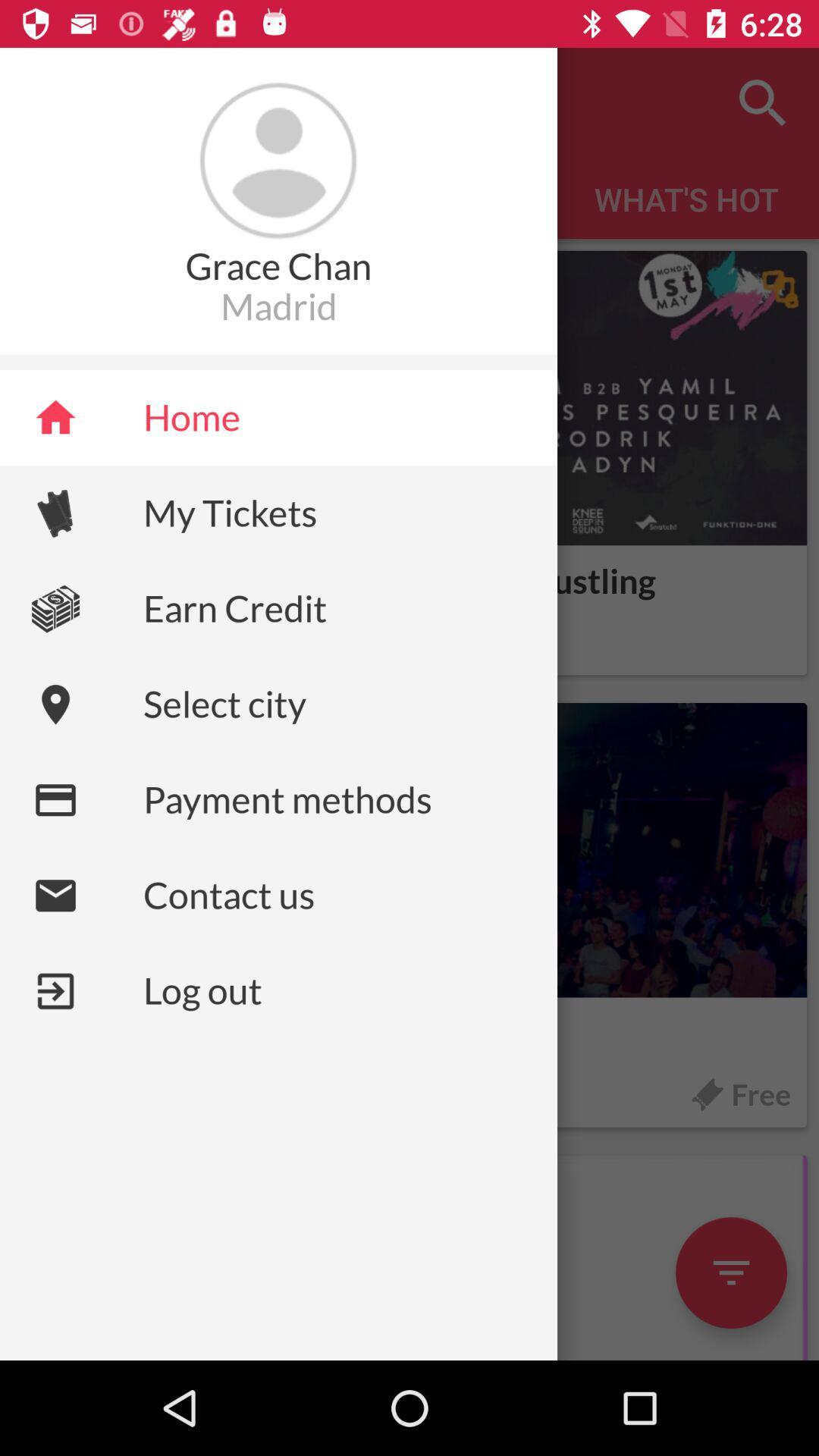  Describe the element at coordinates (730, 1272) in the screenshot. I see `the filter icon` at that location.